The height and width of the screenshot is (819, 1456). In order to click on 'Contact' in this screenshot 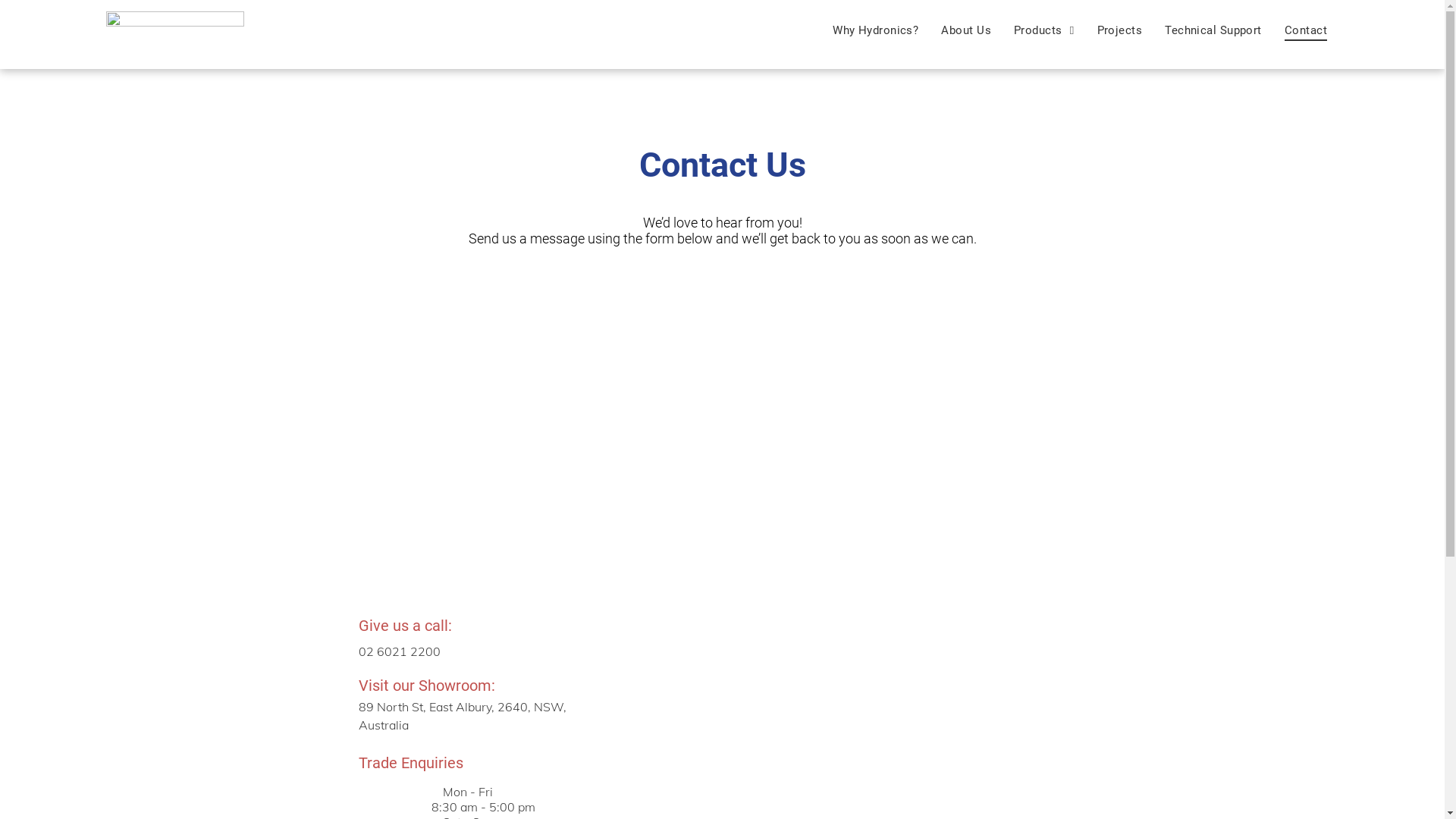, I will do `click(1273, 30)`.